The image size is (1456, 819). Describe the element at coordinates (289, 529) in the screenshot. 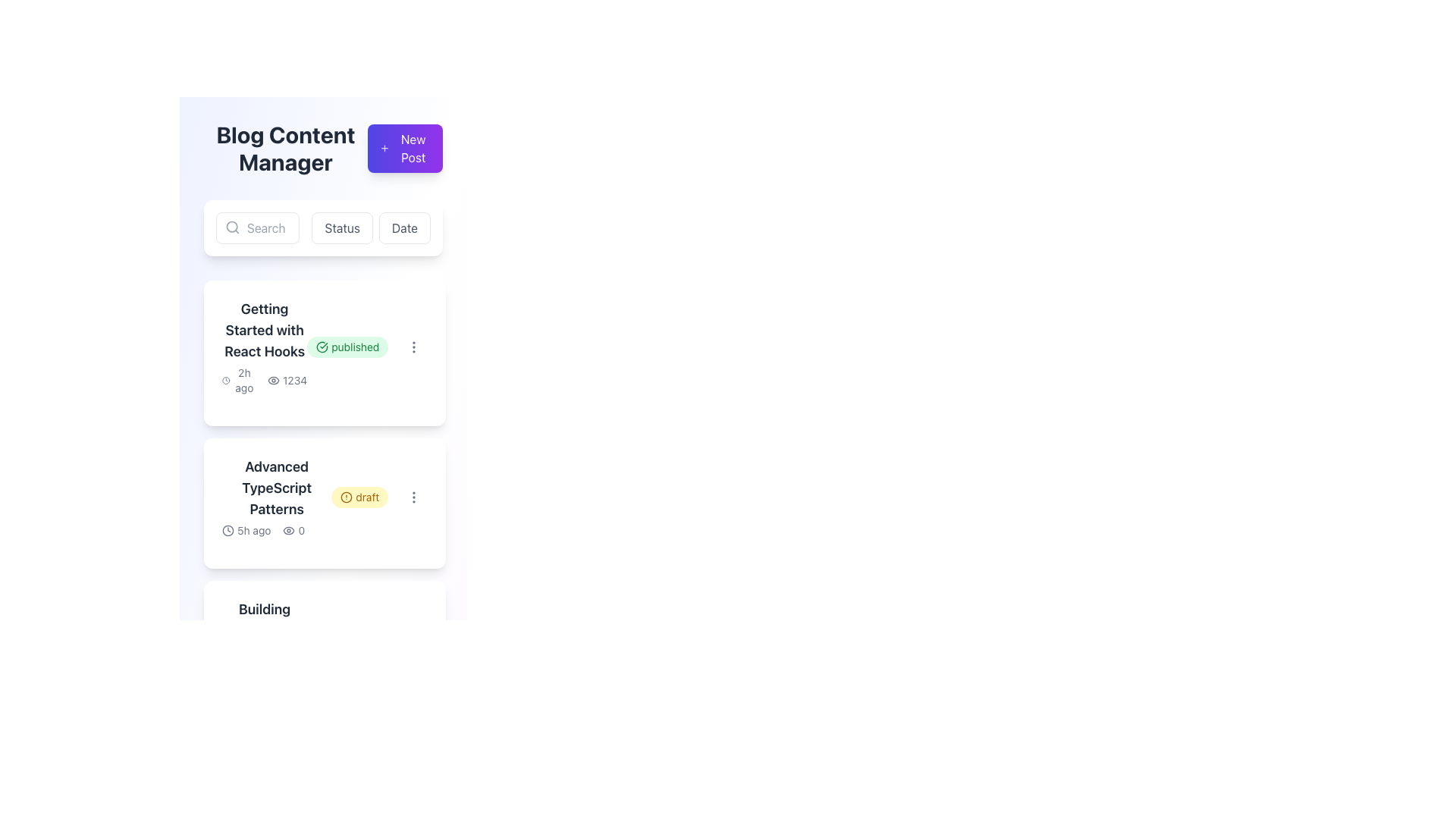

I see `the eye-shaped visibility icon located to the left of the numeric badge displaying '0' within the 'Advanced TypeScript Patterns' card, if it is actionable` at that location.